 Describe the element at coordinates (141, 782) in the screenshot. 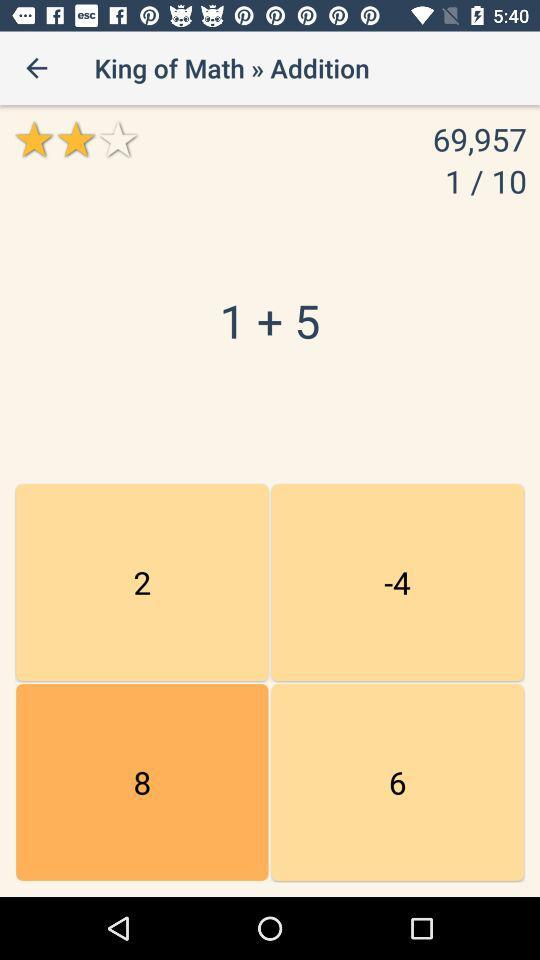

I see `the 19` at that location.